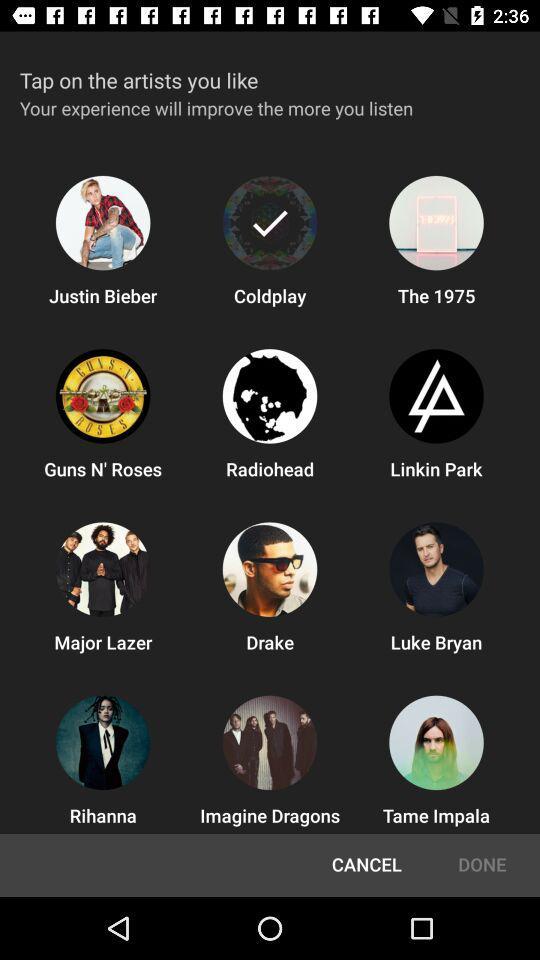 The height and width of the screenshot is (960, 540). What do you see at coordinates (365, 864) in the screenshot?
I see `the icon next to done` at bounding box center [365, 864].